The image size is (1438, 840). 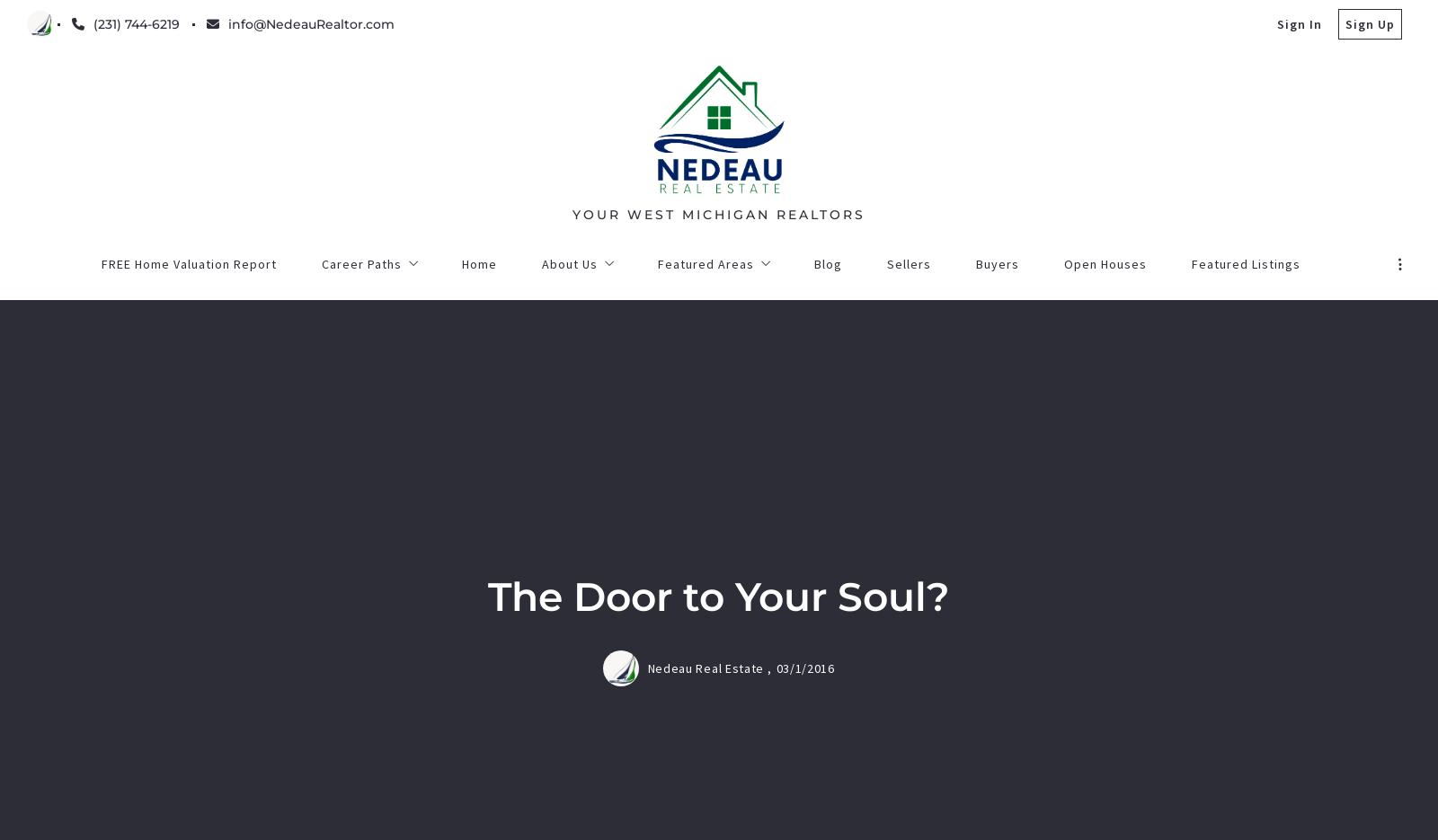 I want to click on 'Sellers', so click(x=461, y=775).